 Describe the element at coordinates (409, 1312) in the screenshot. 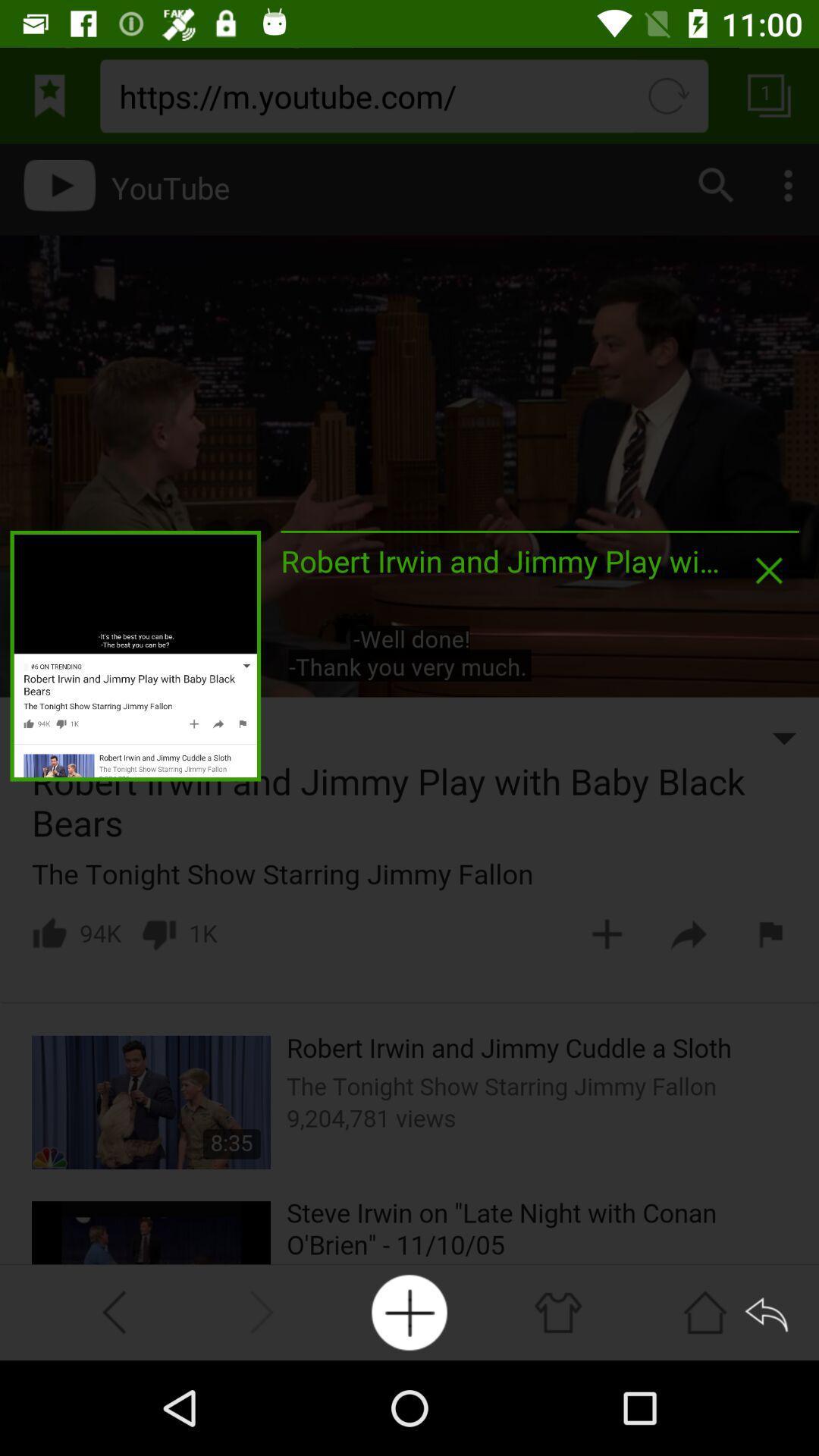

I see `icon at the bottom` at that location.